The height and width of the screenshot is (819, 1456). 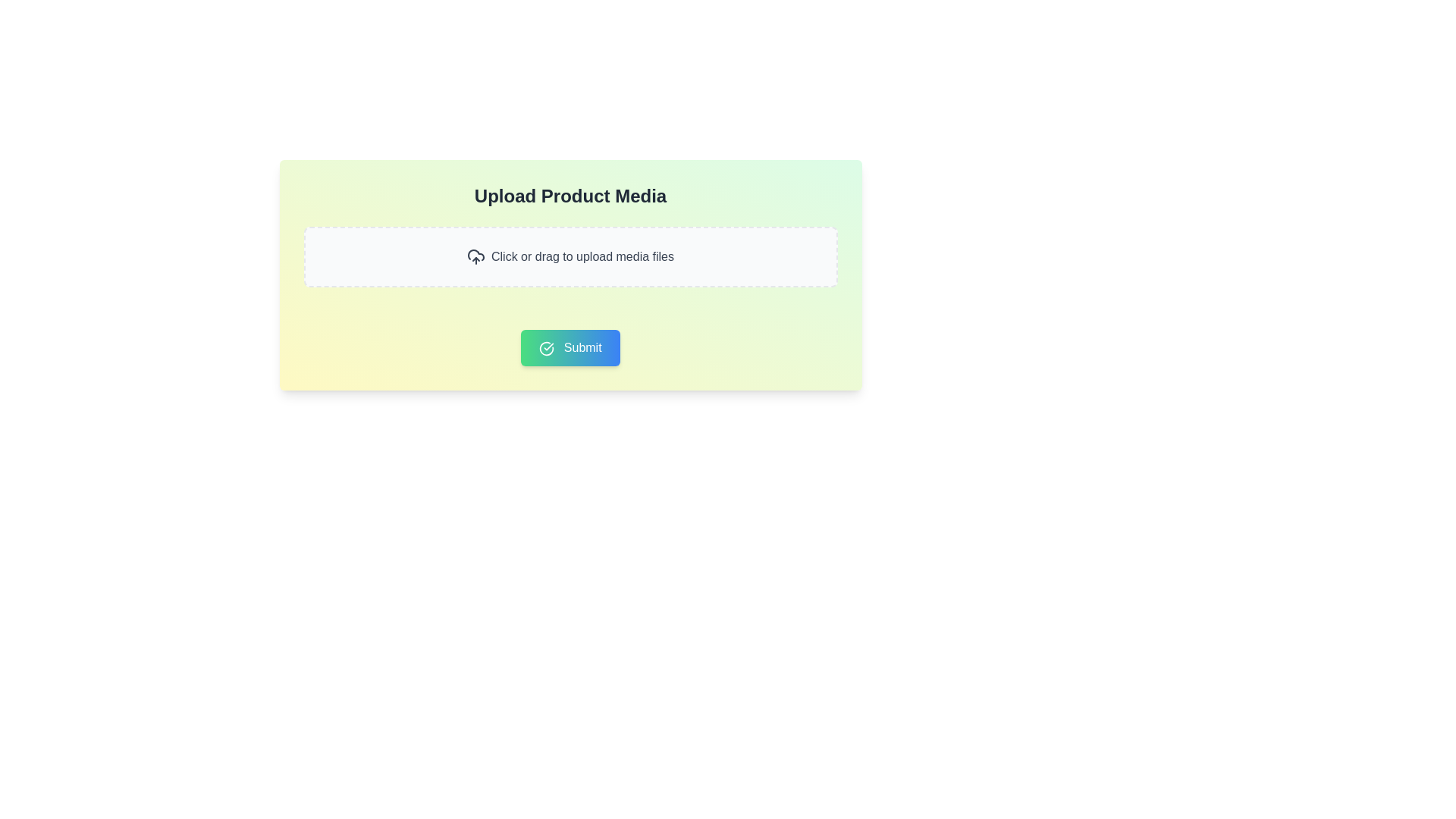 I want to click on the checkmark icon enclosed within a circle, which is located on the left side of the 'Submit' button text, so click(x=546, y=348).